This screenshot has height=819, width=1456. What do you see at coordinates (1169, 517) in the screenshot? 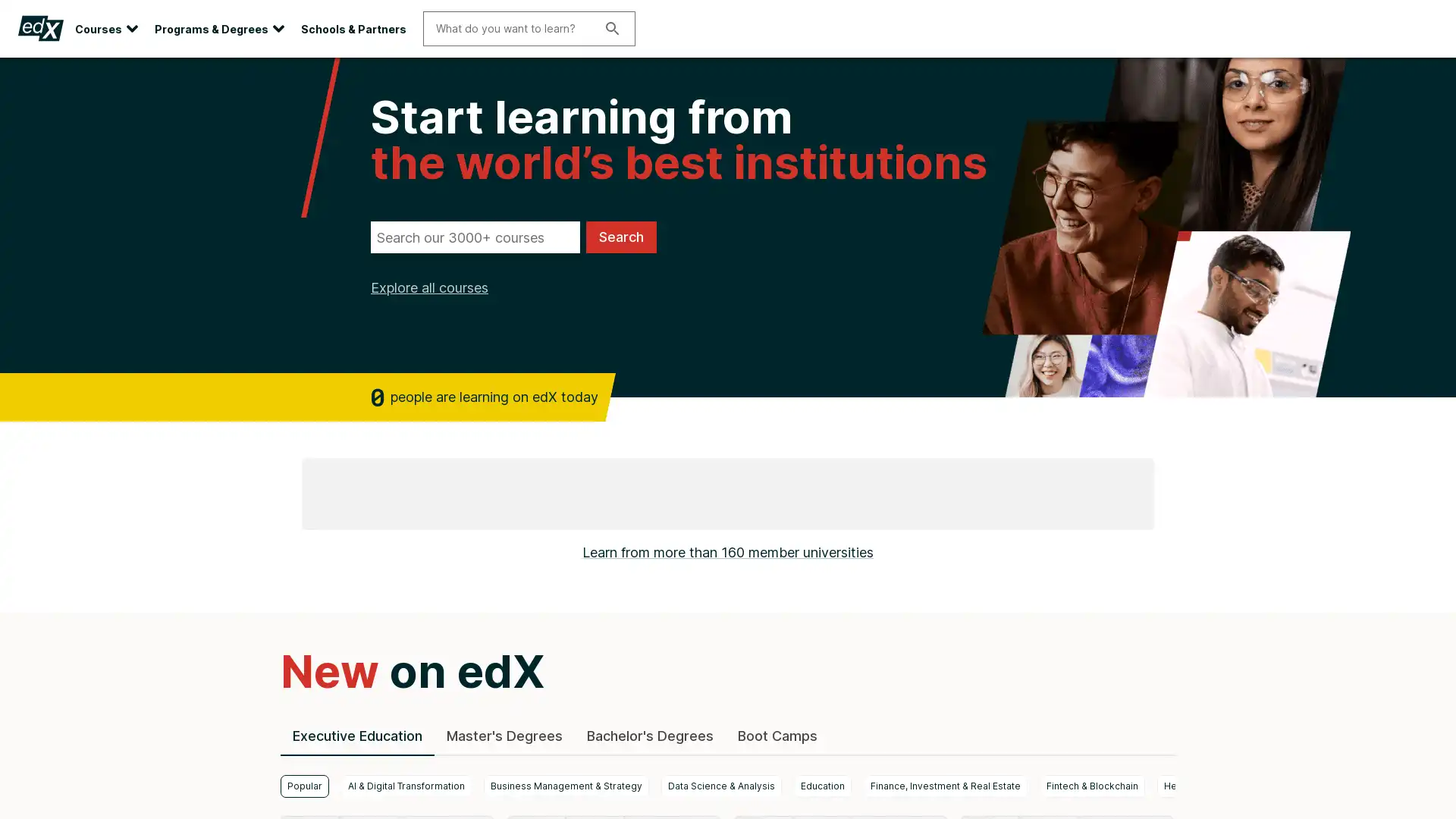
I see `next` at bounding box center [1169, 517].